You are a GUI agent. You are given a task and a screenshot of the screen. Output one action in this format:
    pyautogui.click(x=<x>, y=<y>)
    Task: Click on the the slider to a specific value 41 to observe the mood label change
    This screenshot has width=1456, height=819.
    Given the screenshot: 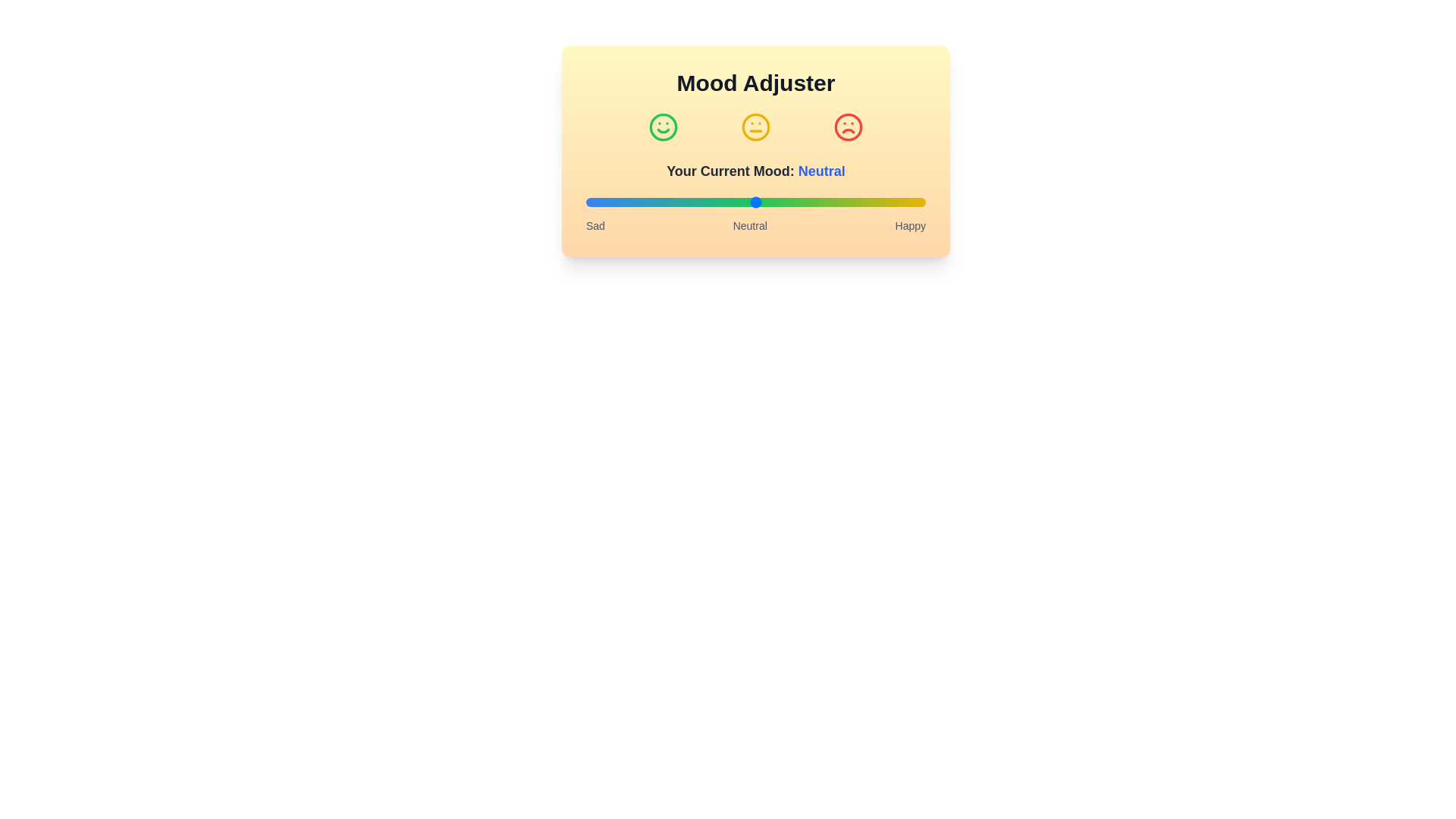 What is the action you would take?
    pyautogui.click(x=724, y=201)
    